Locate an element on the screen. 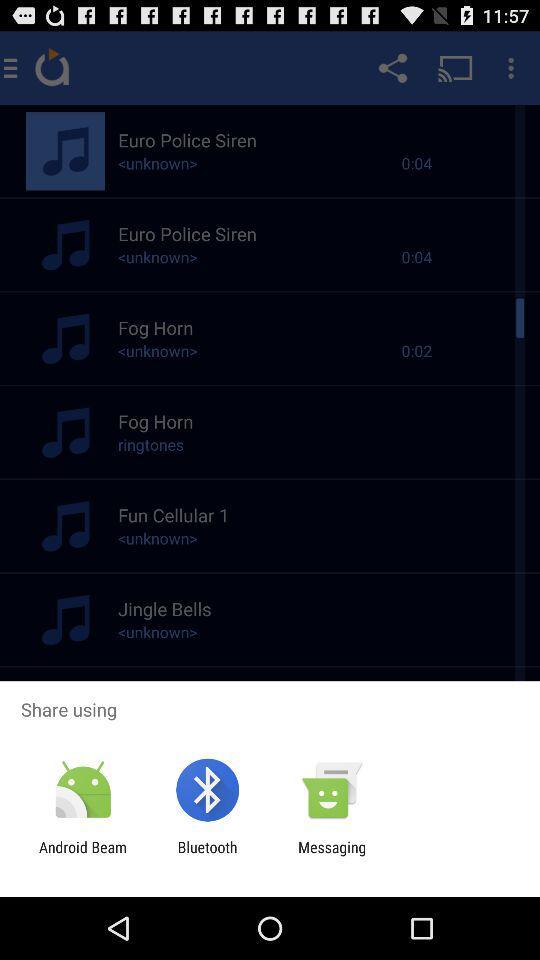 Image resolution: width=540 pixels, height=960 pixels. the item to the left of bluetooth is located at coordinates (82, 855).